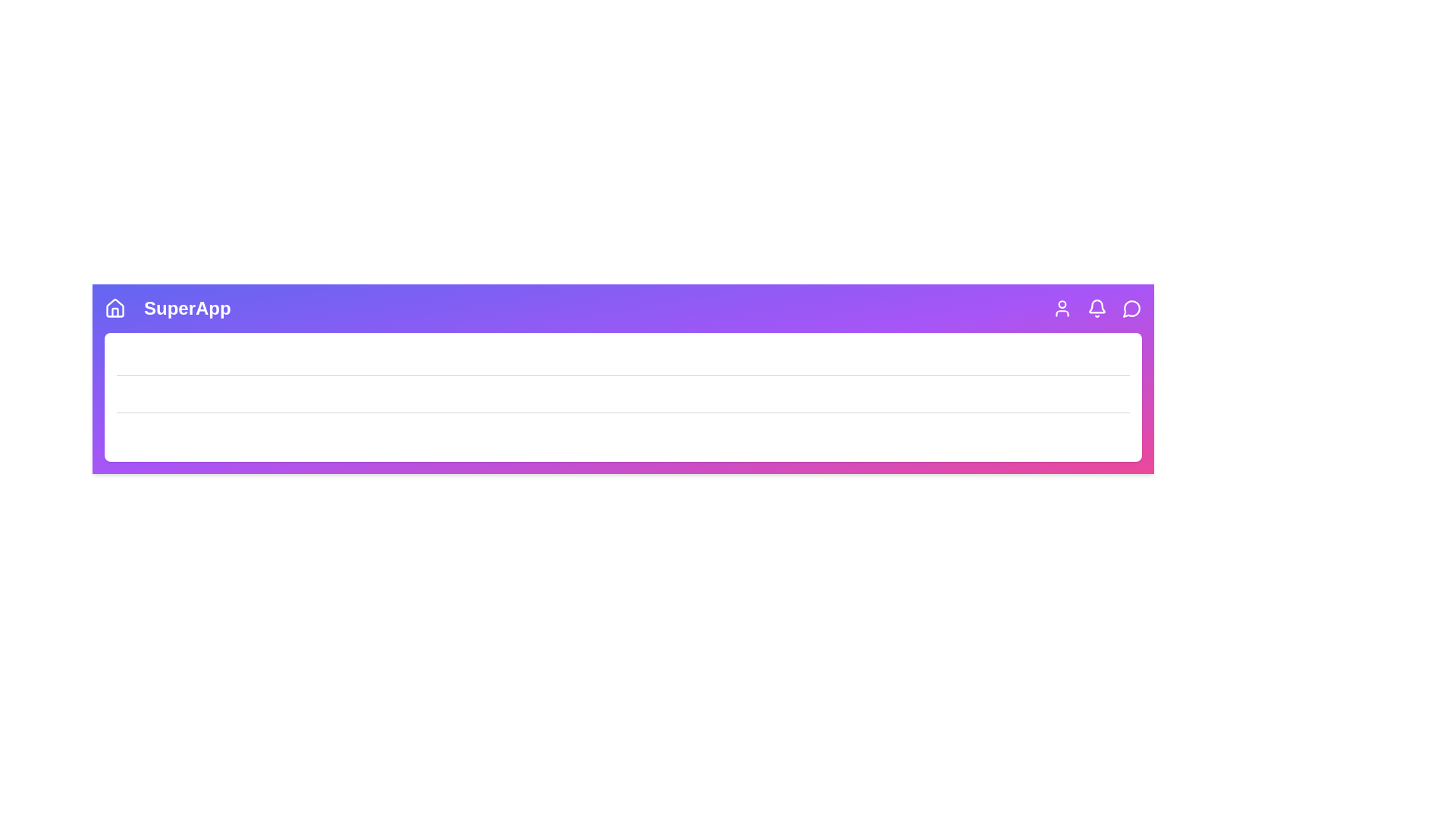 This screenshot has height=819, width=1456. I want to click on the MessageCircle icon to open the messages section, so click(1131, 308).